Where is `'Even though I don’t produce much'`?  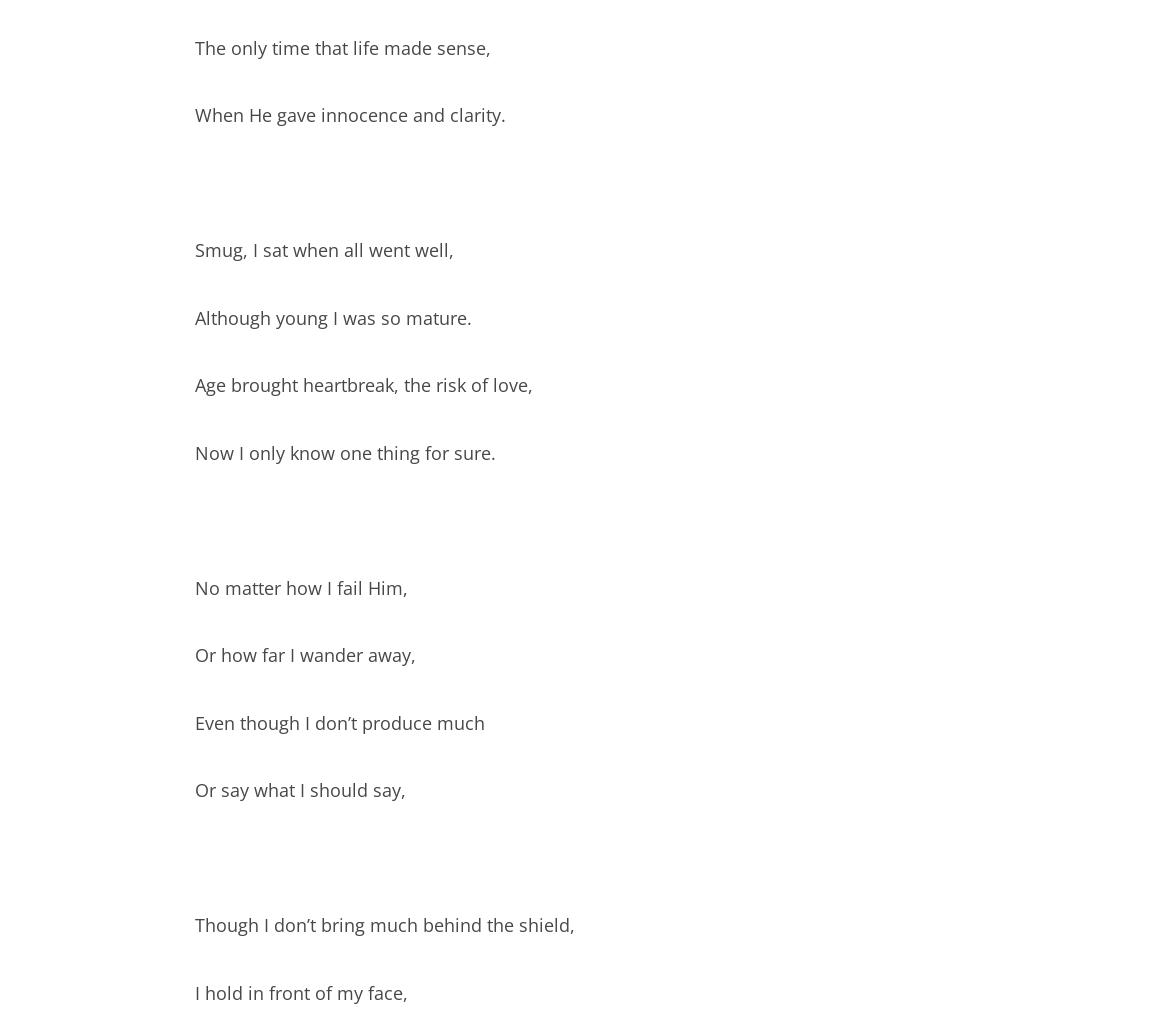
'Even though I don’t produce much' is located at coordinates (340, 720).